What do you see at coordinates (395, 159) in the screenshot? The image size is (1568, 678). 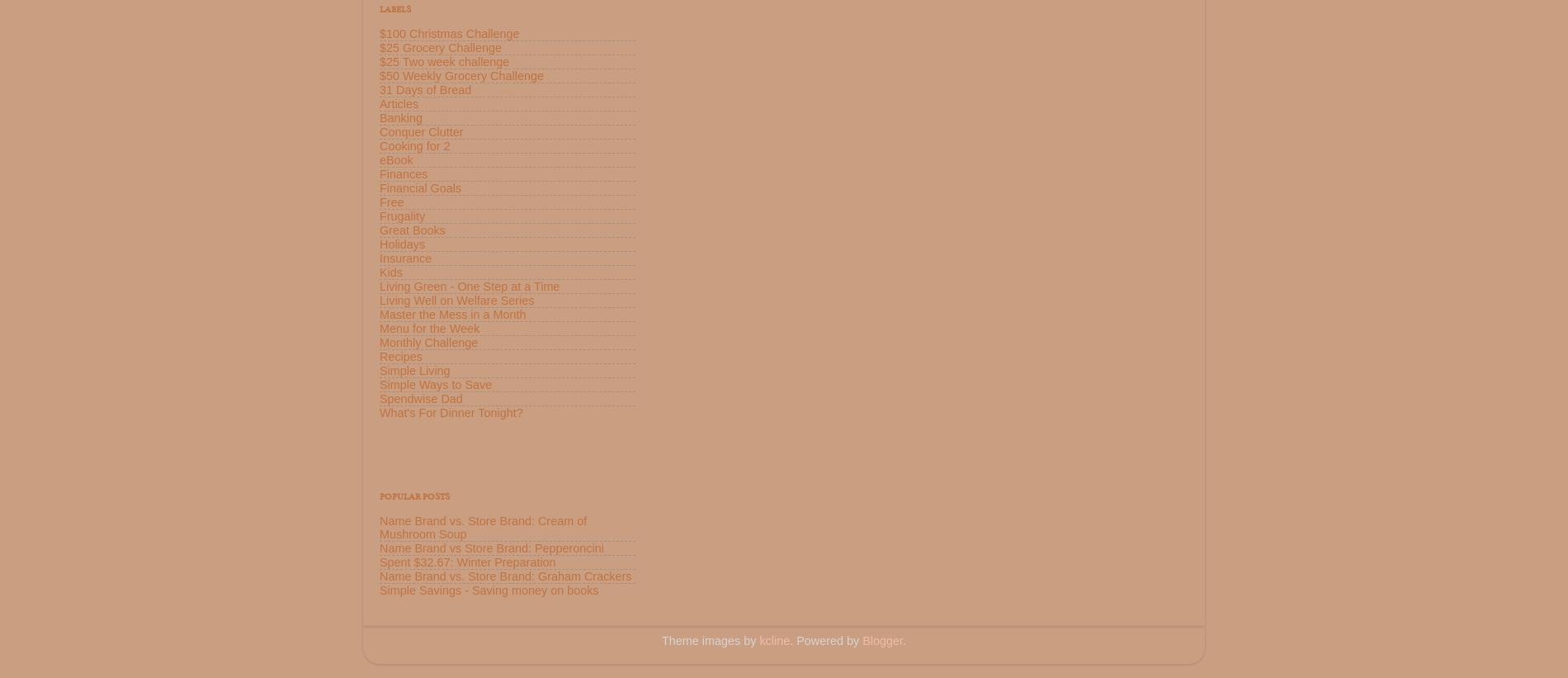 I see `'eBook'` at bounding box center [395, 159].